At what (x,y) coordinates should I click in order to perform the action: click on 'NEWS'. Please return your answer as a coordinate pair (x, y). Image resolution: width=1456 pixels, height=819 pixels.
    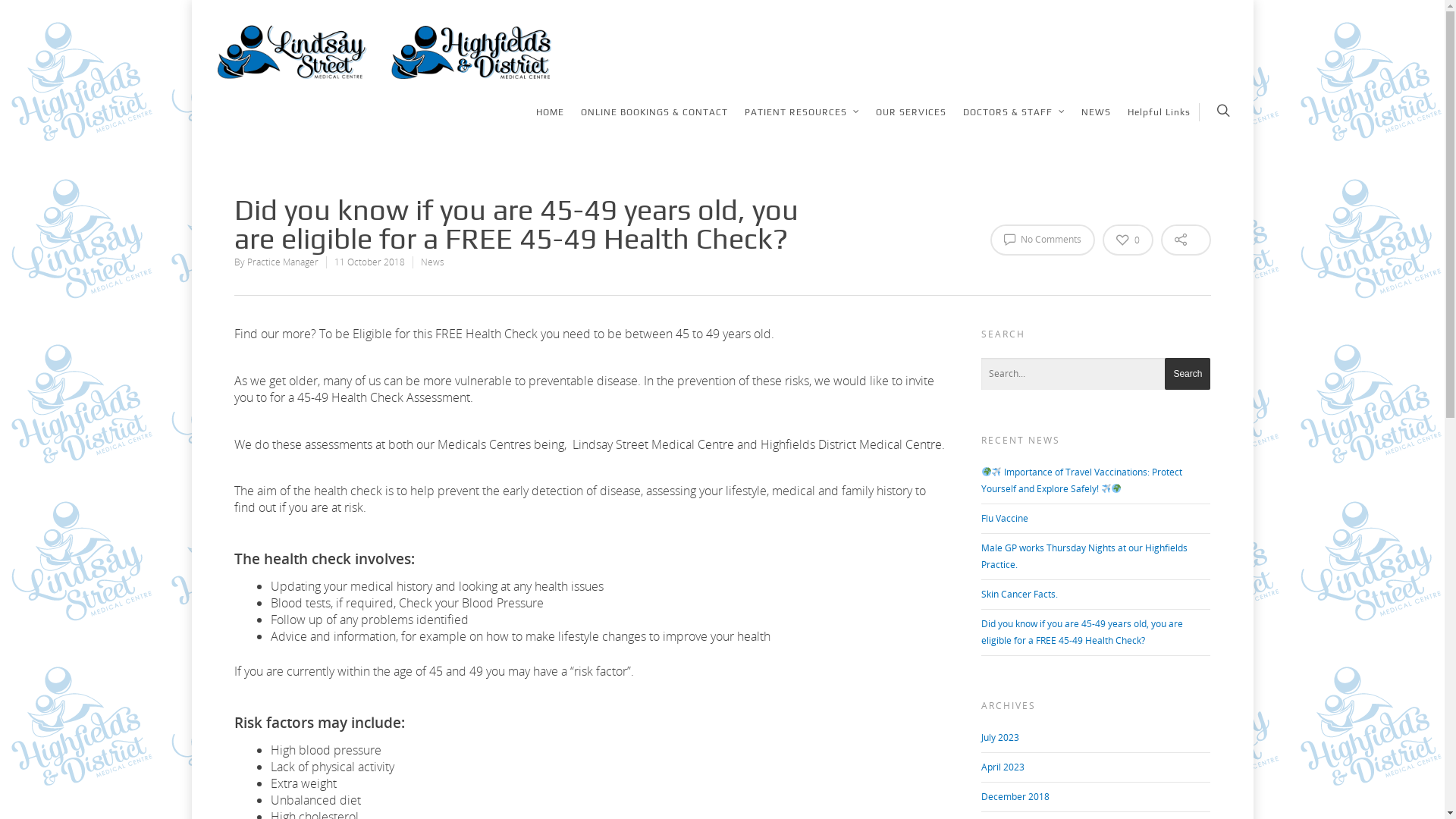
    Looking at the image, I should click on (1073, 122).